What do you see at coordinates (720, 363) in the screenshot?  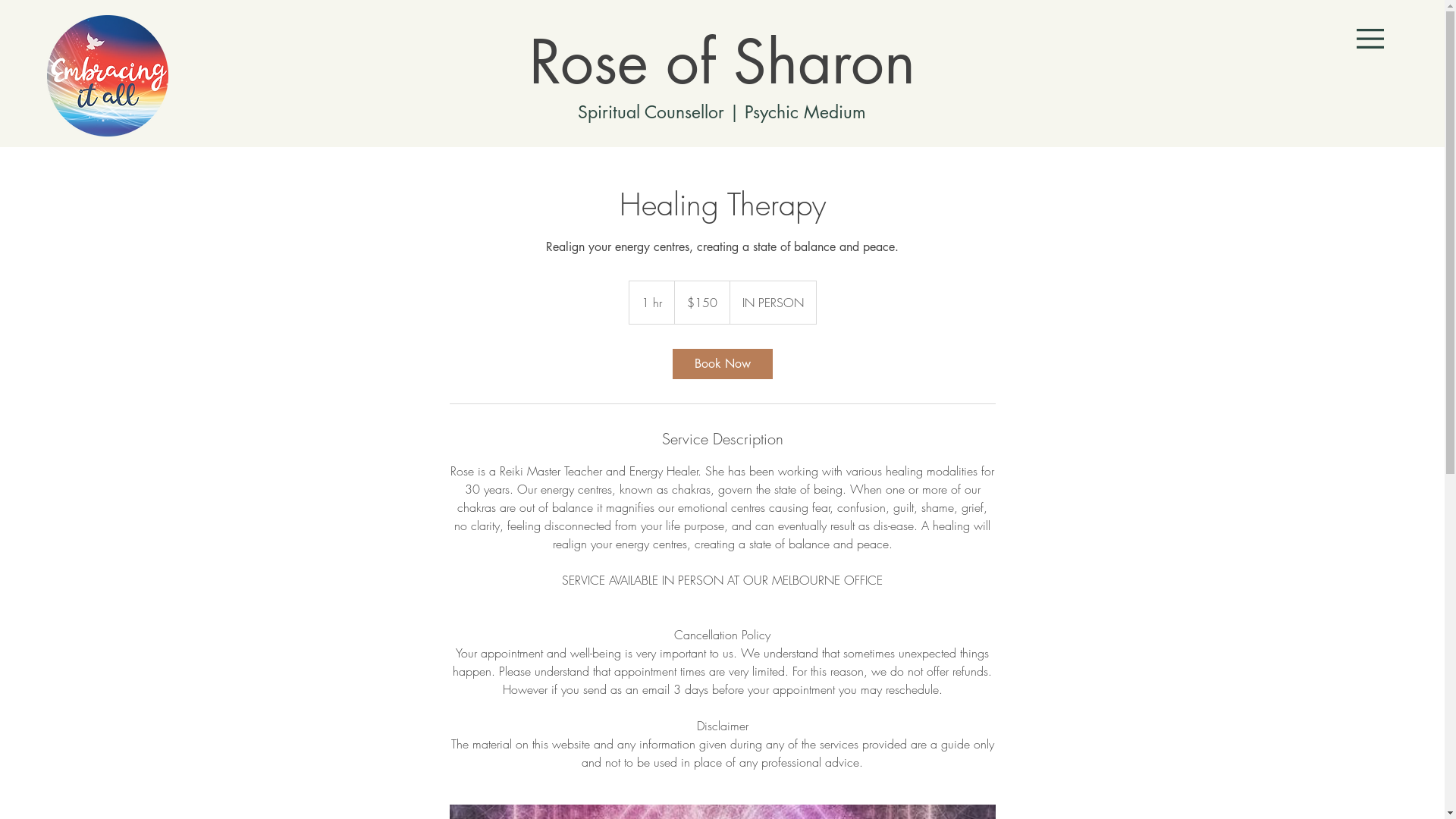 I see `'Book Now'` at bounding box center [720, 363].